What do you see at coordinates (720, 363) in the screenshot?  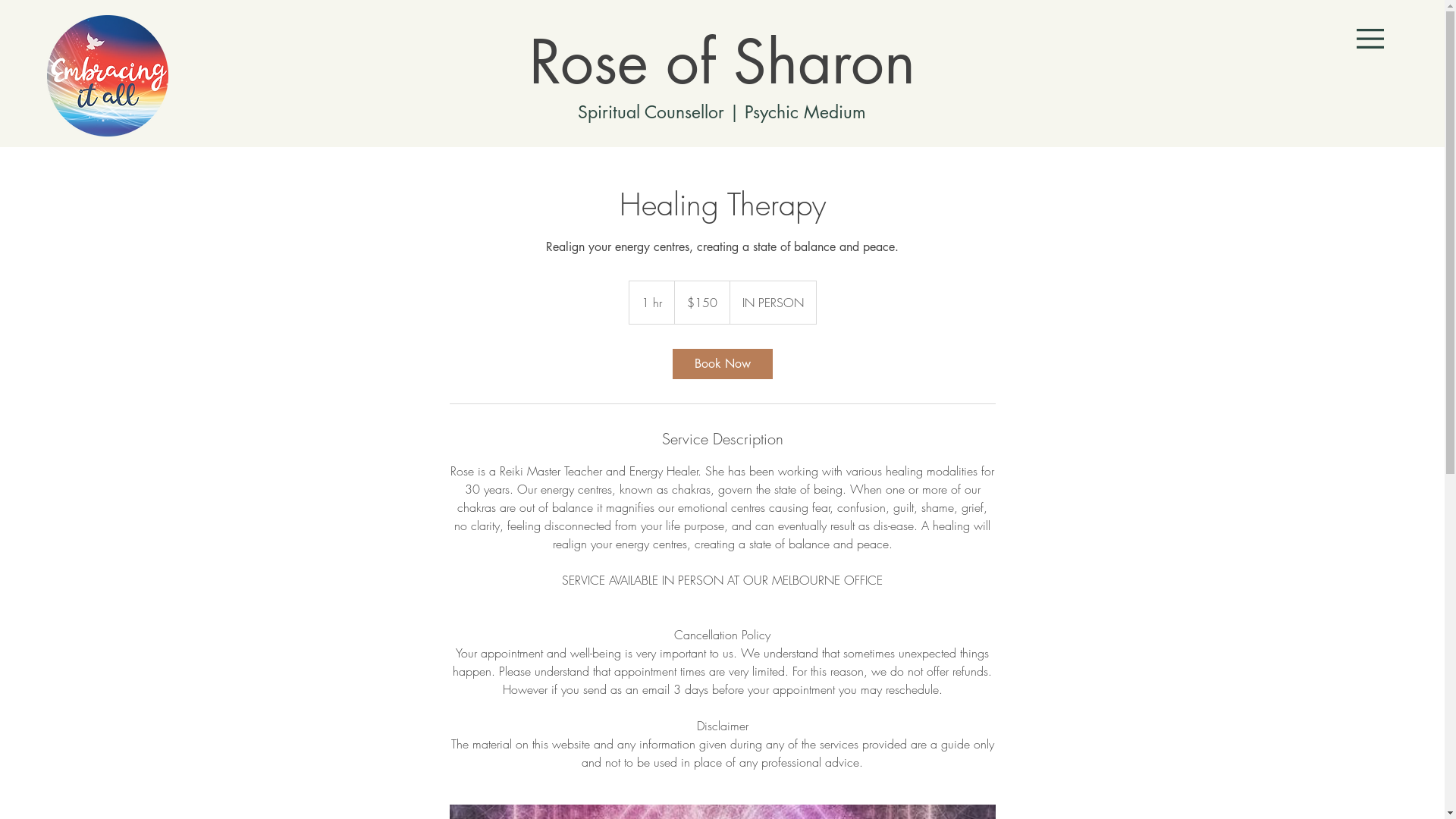 I see `'Book Now'` at bounding box center [720, 363].